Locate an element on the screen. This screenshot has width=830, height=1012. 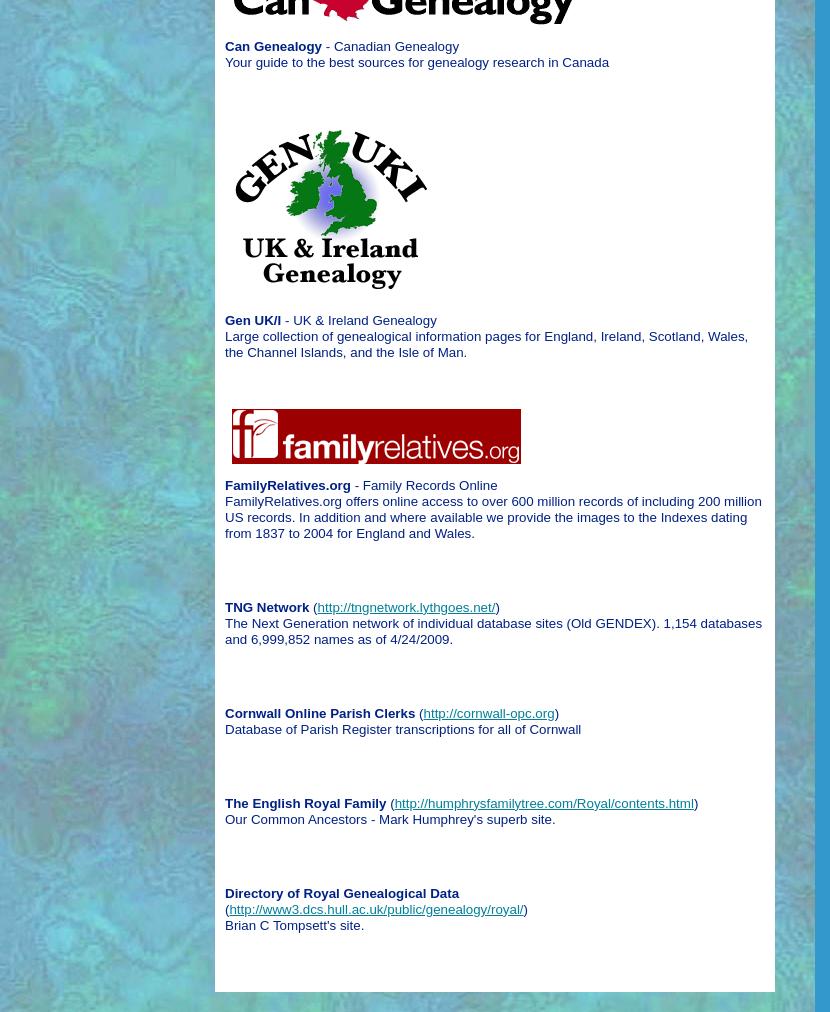
'- Family Records Online' is located at coordinates (423, 484).